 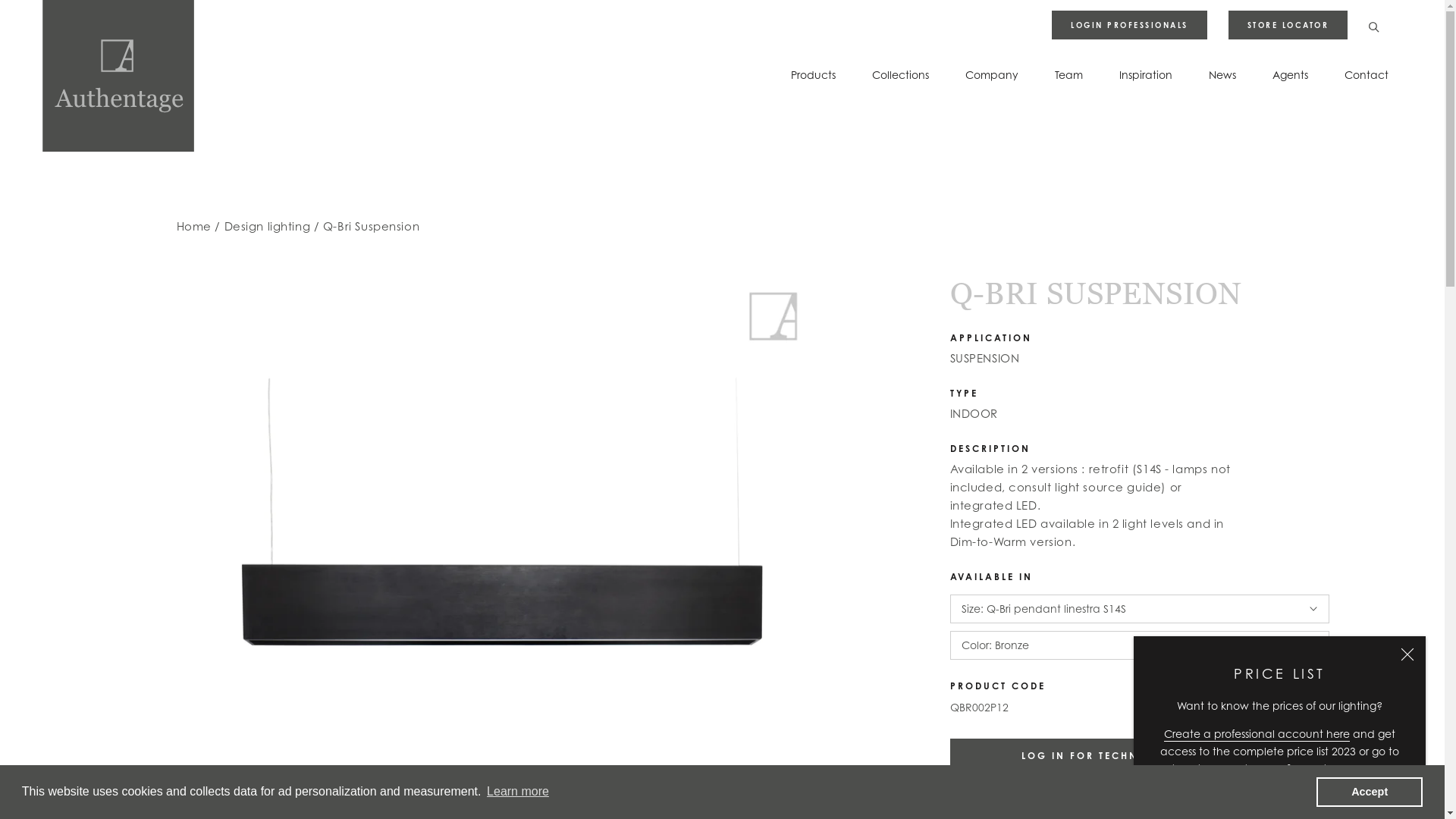 What do you see at coordinates (1288, 25) in the screenshot?
I see `'STORE LOCATOR'` at bounding box center [1288, 25].